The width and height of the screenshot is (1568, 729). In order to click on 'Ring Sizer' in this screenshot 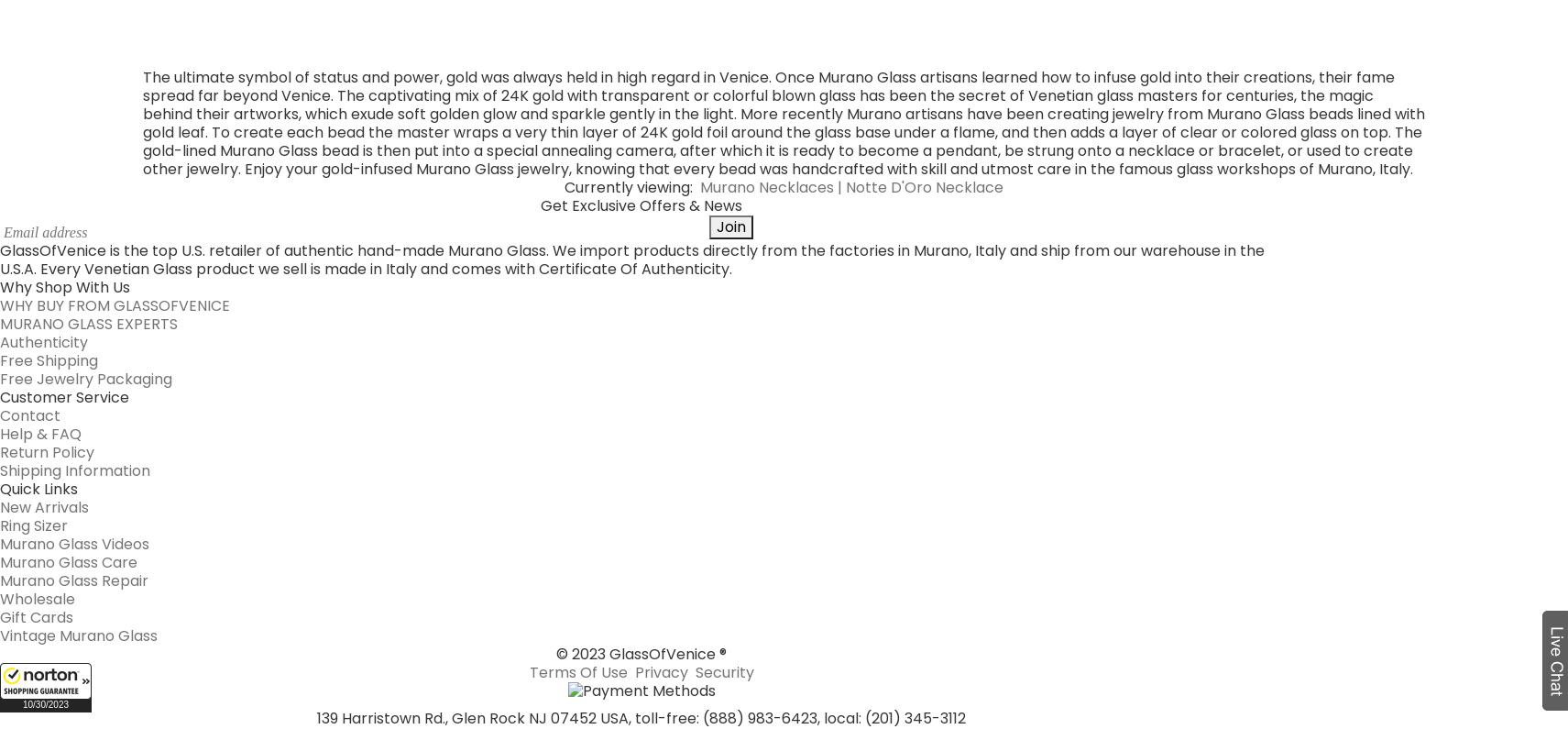, I will do `click(32, 188)`.